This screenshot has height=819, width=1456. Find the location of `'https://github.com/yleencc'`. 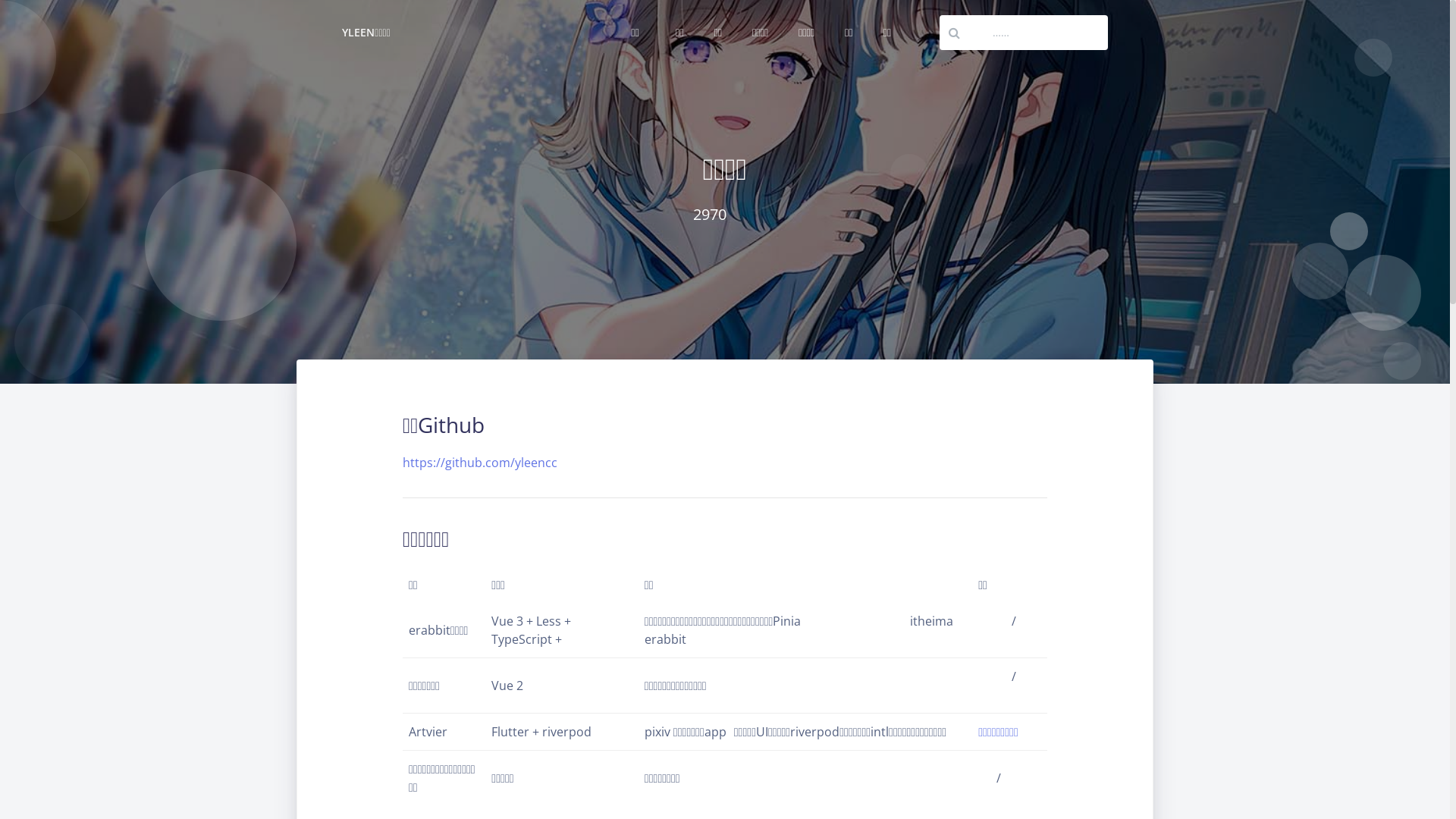

'https://github.com/yleencc' is located at coordinates (479, 461).